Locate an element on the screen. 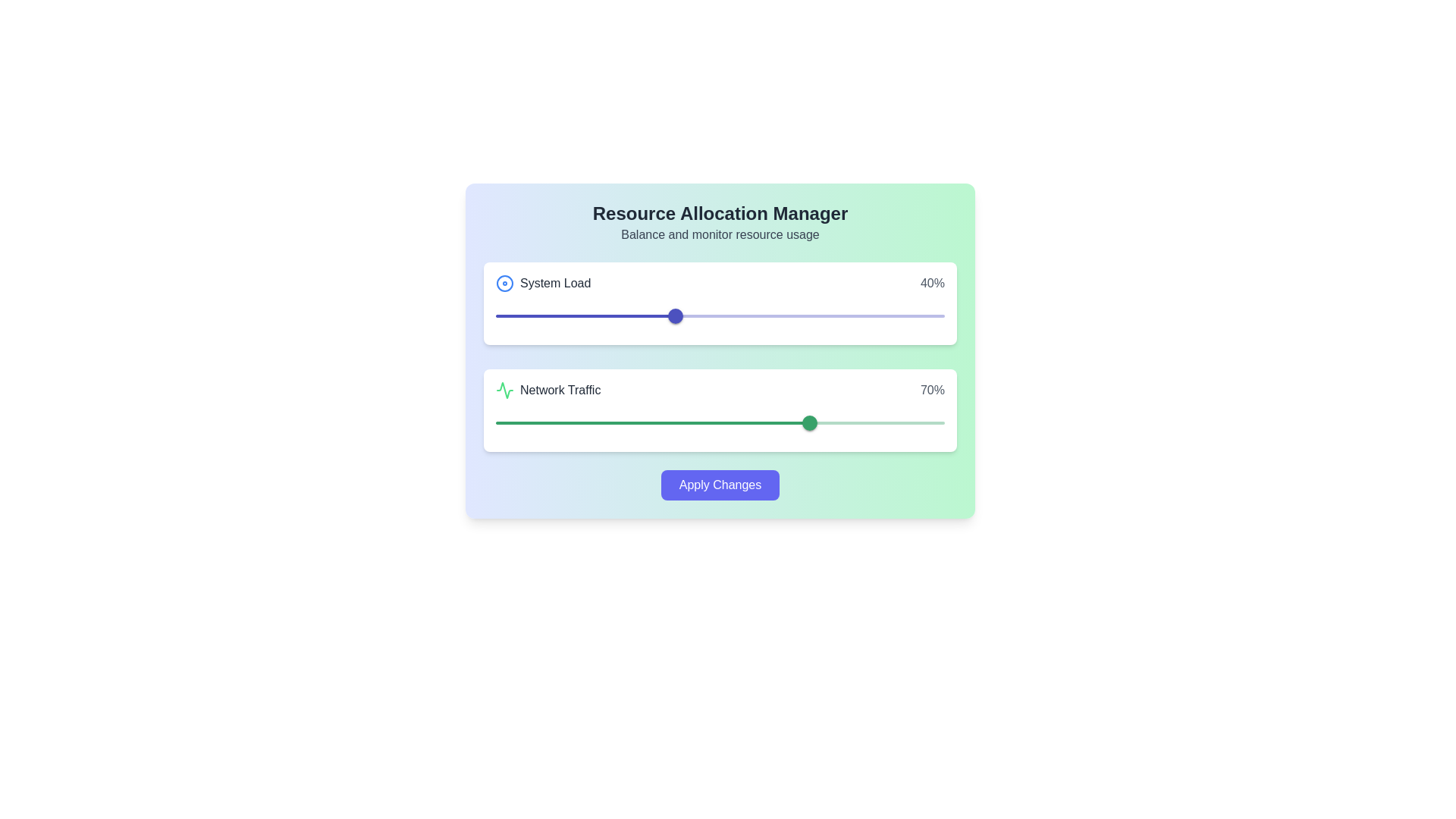 The width and height of the screenshot is (1456, 819). the first card is located at coordinates (720, 303).